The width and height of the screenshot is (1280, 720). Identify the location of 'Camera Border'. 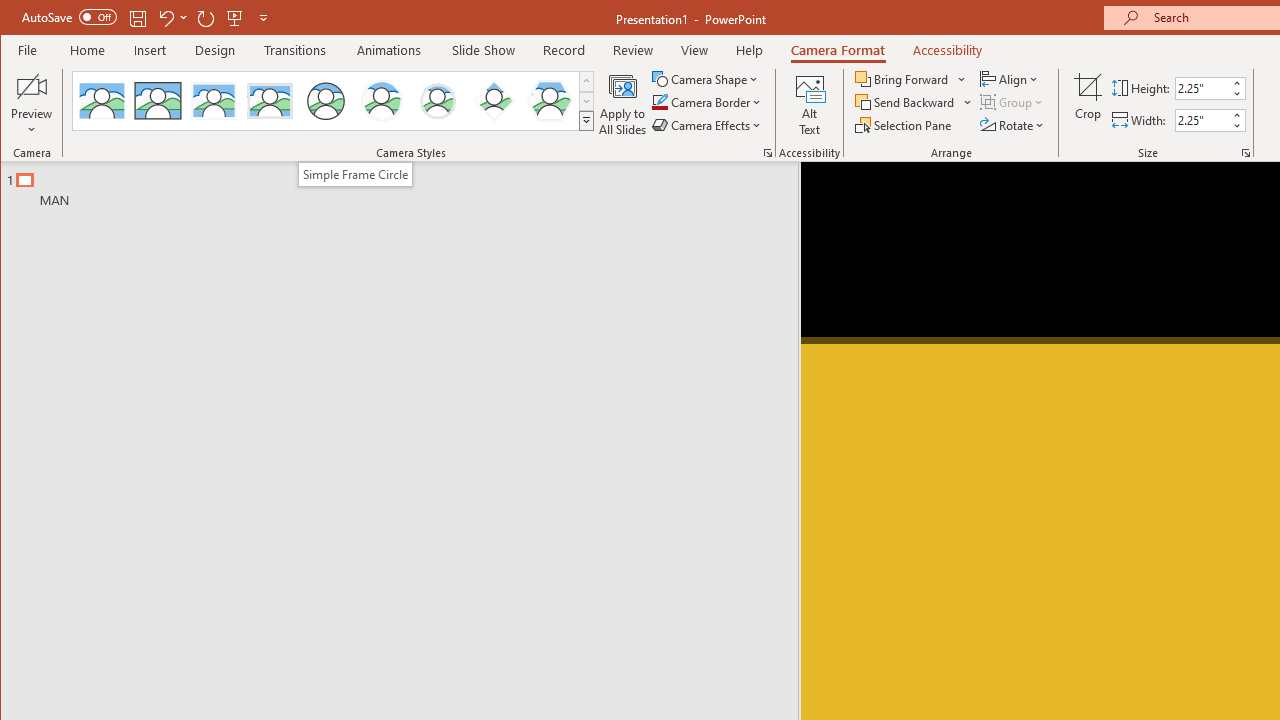
(707, 102).